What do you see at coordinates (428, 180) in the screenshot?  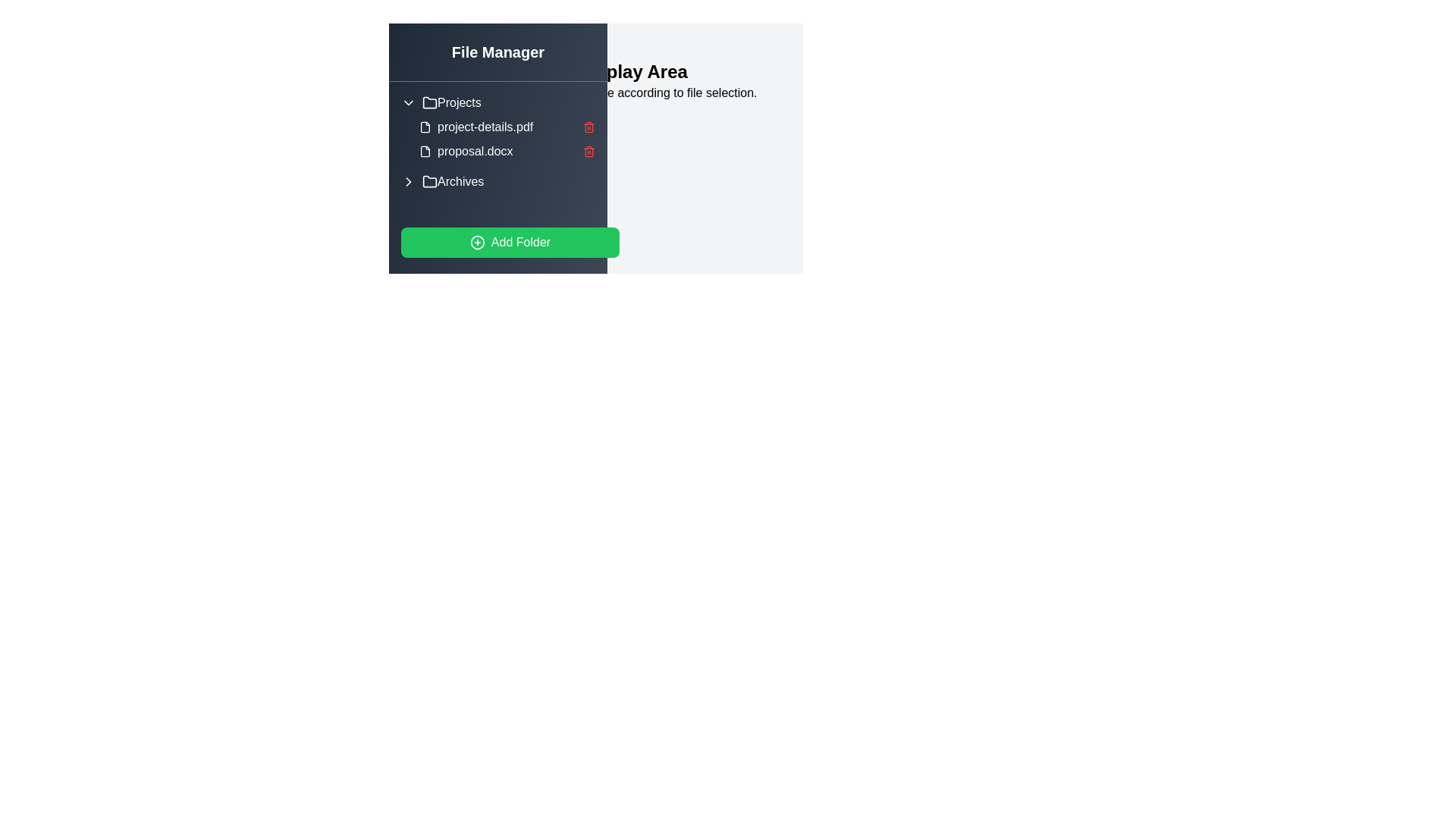 I see `the folder-shaped icon located next to the 'Archives' label in the sidebar` at bounding box center [428, 180].